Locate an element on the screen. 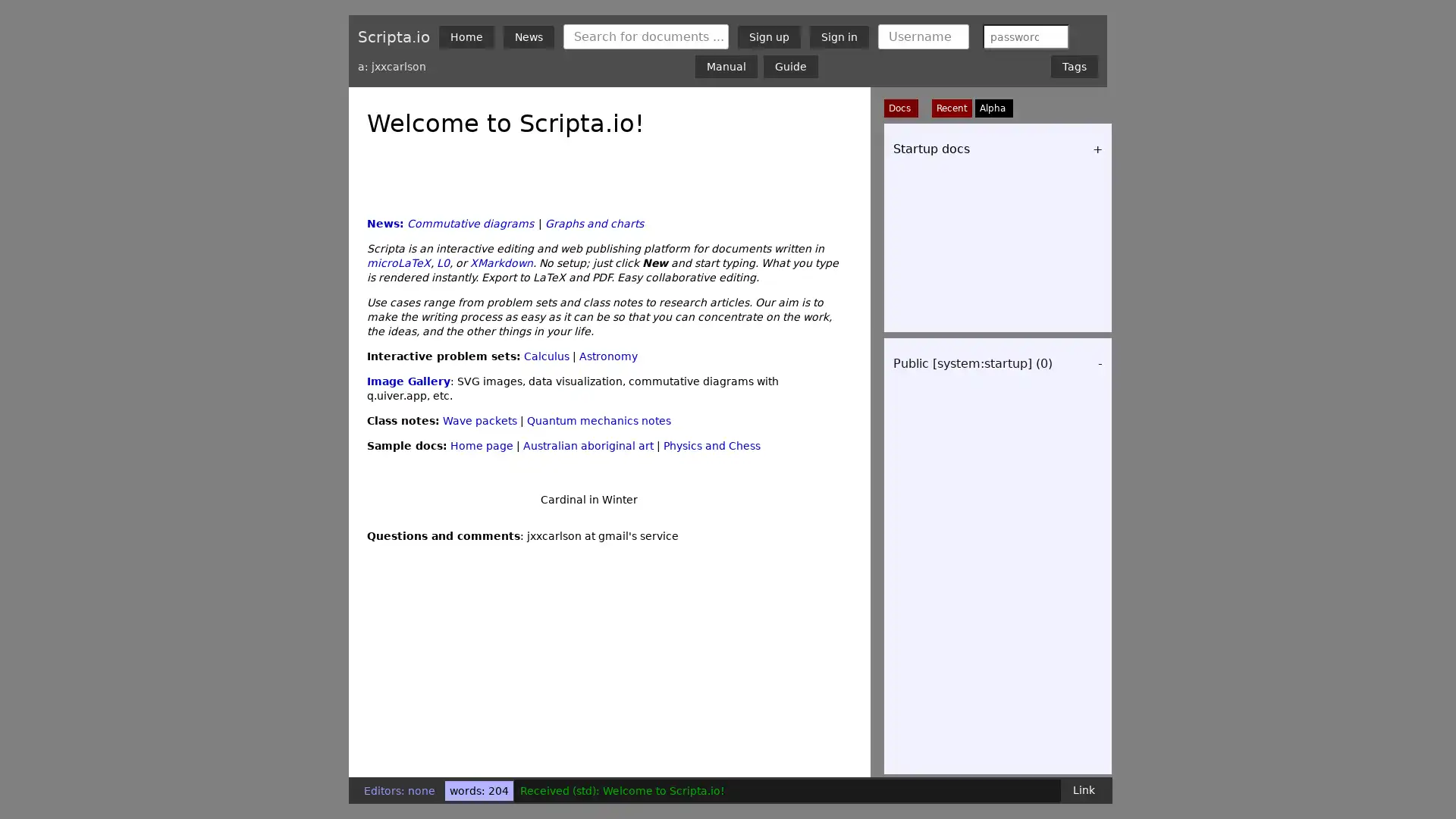 This screenshot has width=1456, height=819. Sign up is located at coordinates (769, 35).